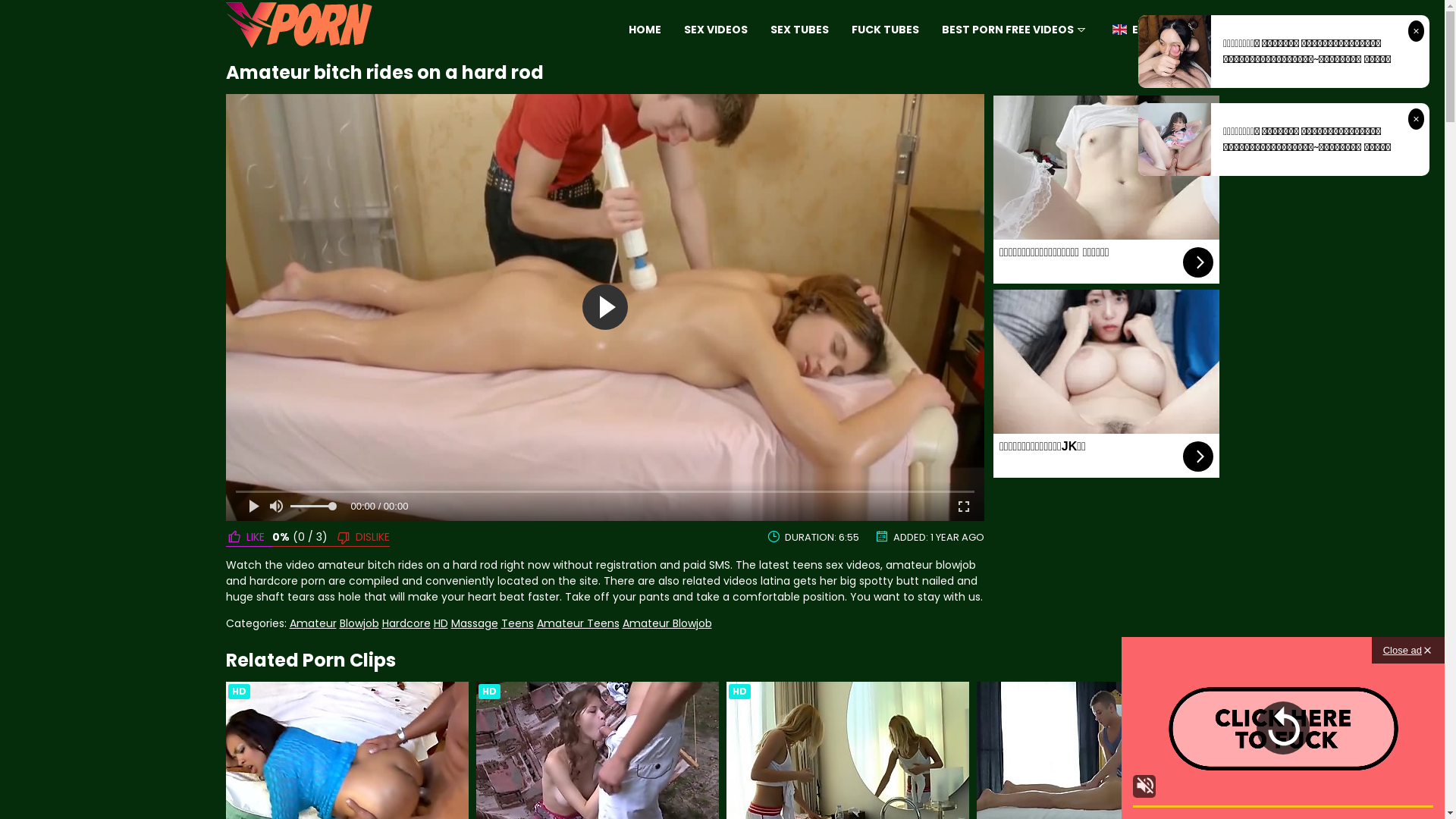  What do you see at coordinates (577, 623) in the screenshot?
I see `'Amateur Teens'` at bounding box center [577, 623].